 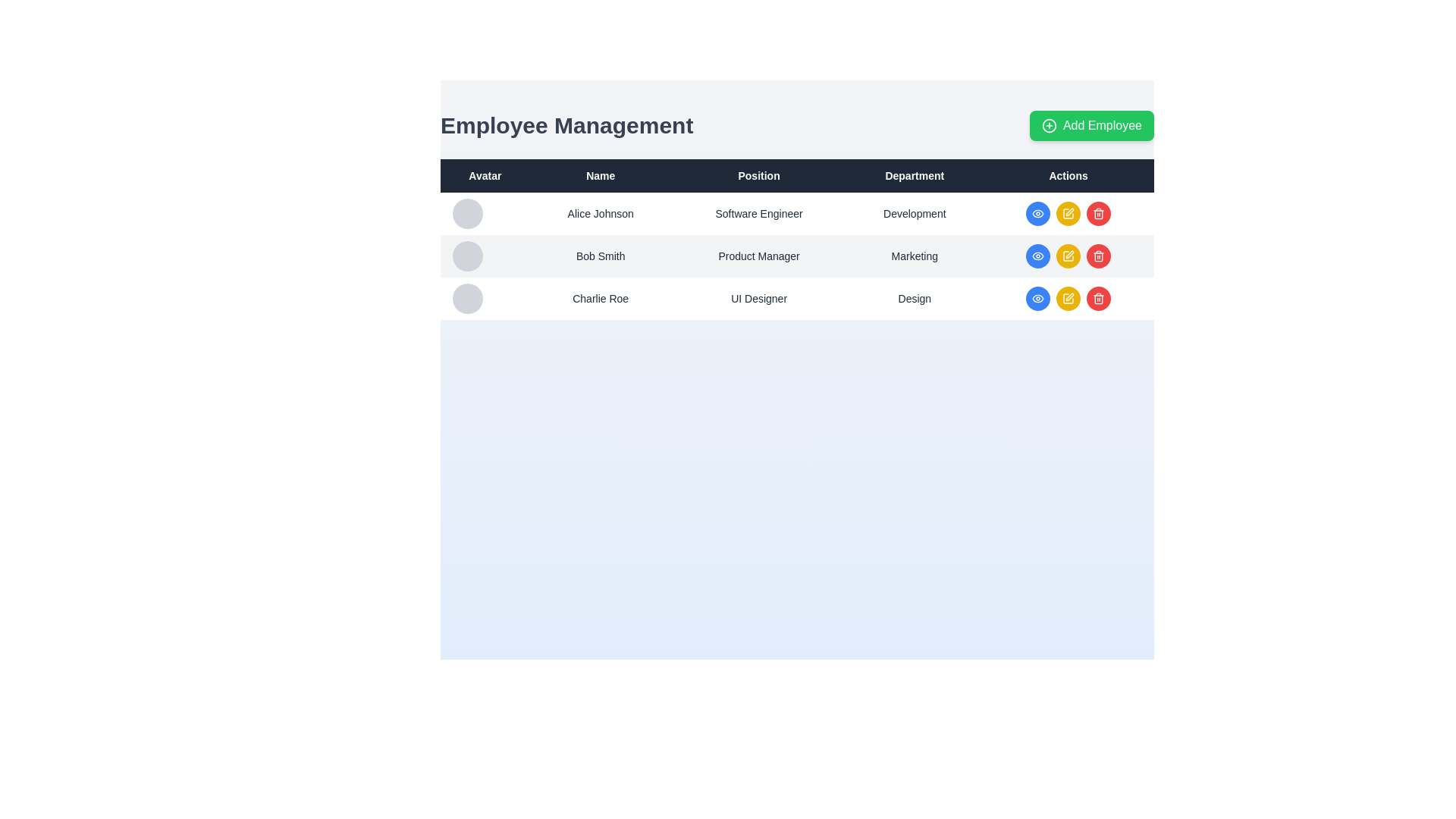 What do you see at coordinates (1068, 256) in the screenshot?
I see `the 'Edit' button in the Actions column for the employee 'Bob Smith', which is the second button in a set of three` at bounding box center [1068, 256].